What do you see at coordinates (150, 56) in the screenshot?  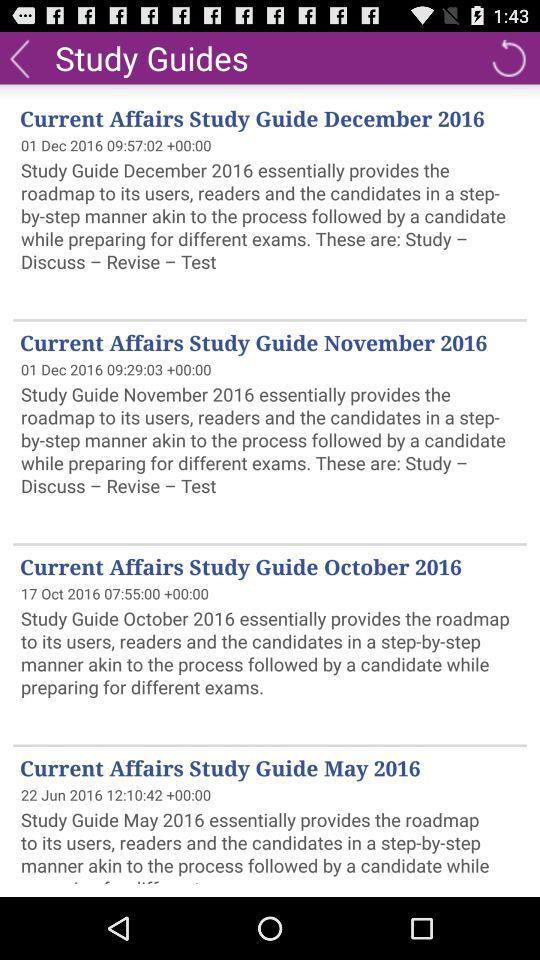 I see `study guides icon` at bounding box center [150, 56].